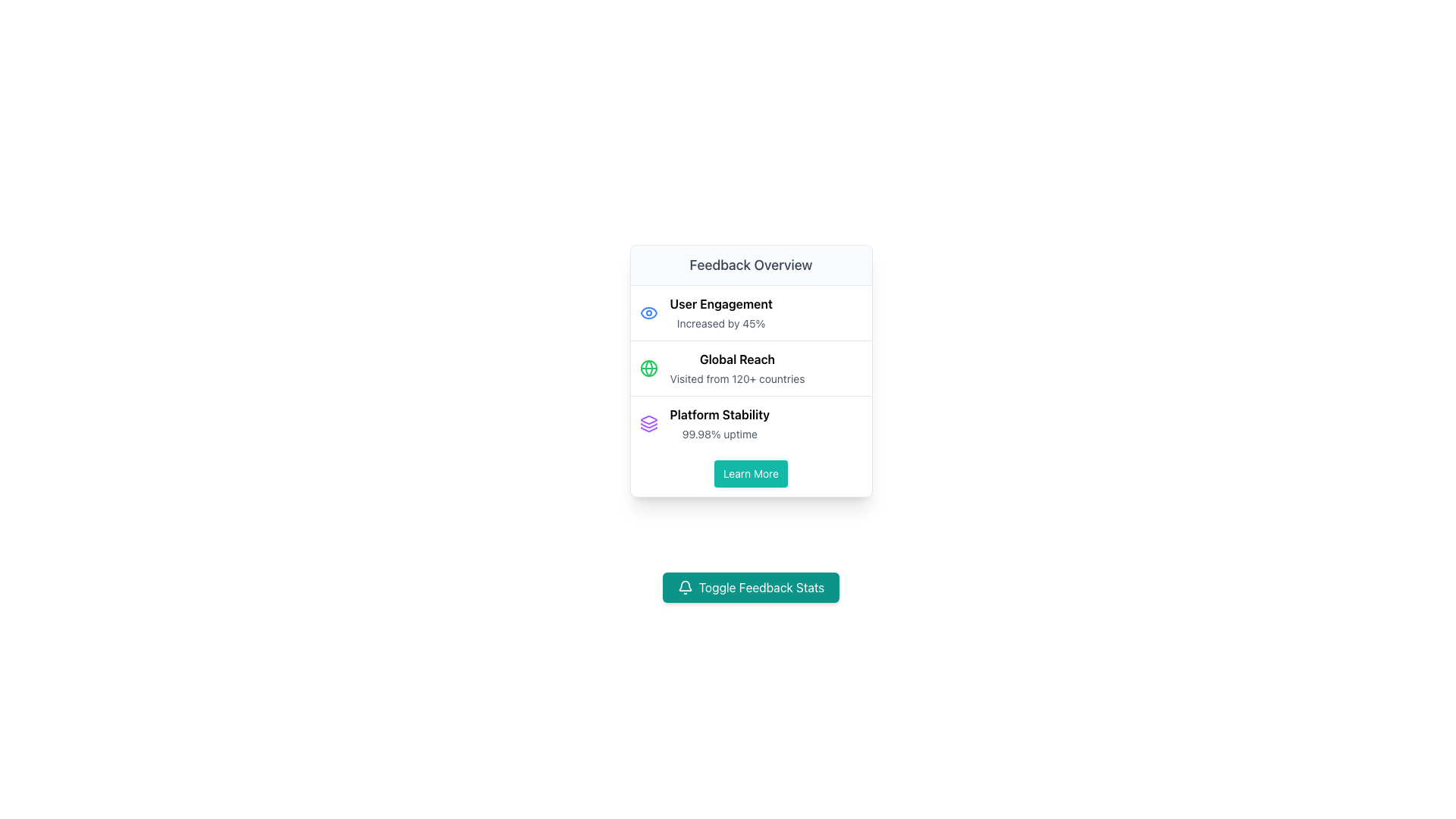 The image size is (1456, 819). What do you see at coordinates (719, 435) in the screenshot?
I see `the text label displaying '99.98% uptime' located beneath the bold title 'Platform Stability' in the 'Feedback Overview' section` at bounding box center [719, 435].